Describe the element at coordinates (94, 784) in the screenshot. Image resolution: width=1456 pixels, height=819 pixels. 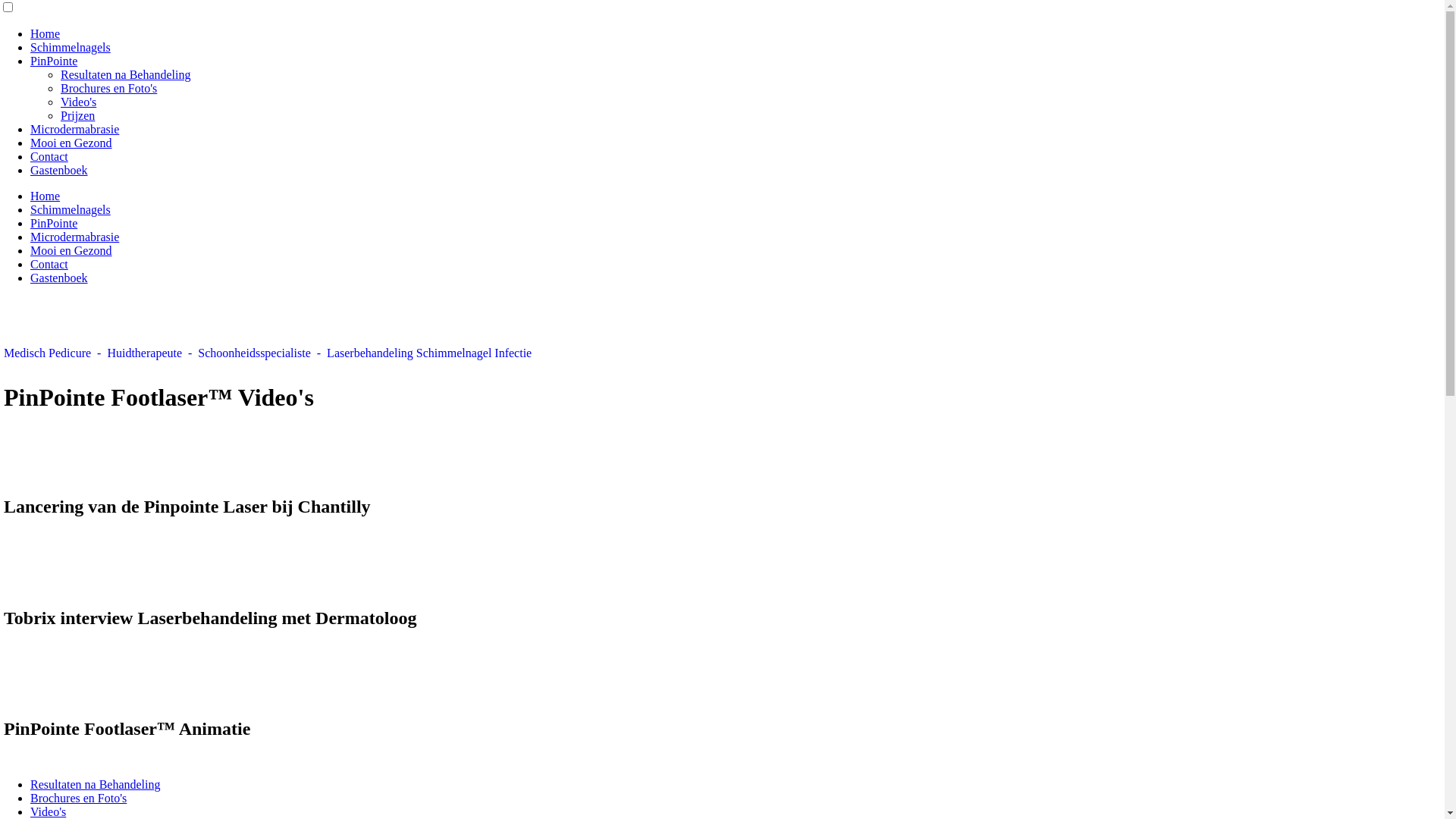
I see `'Resultaten na Behandeling'` at that location.